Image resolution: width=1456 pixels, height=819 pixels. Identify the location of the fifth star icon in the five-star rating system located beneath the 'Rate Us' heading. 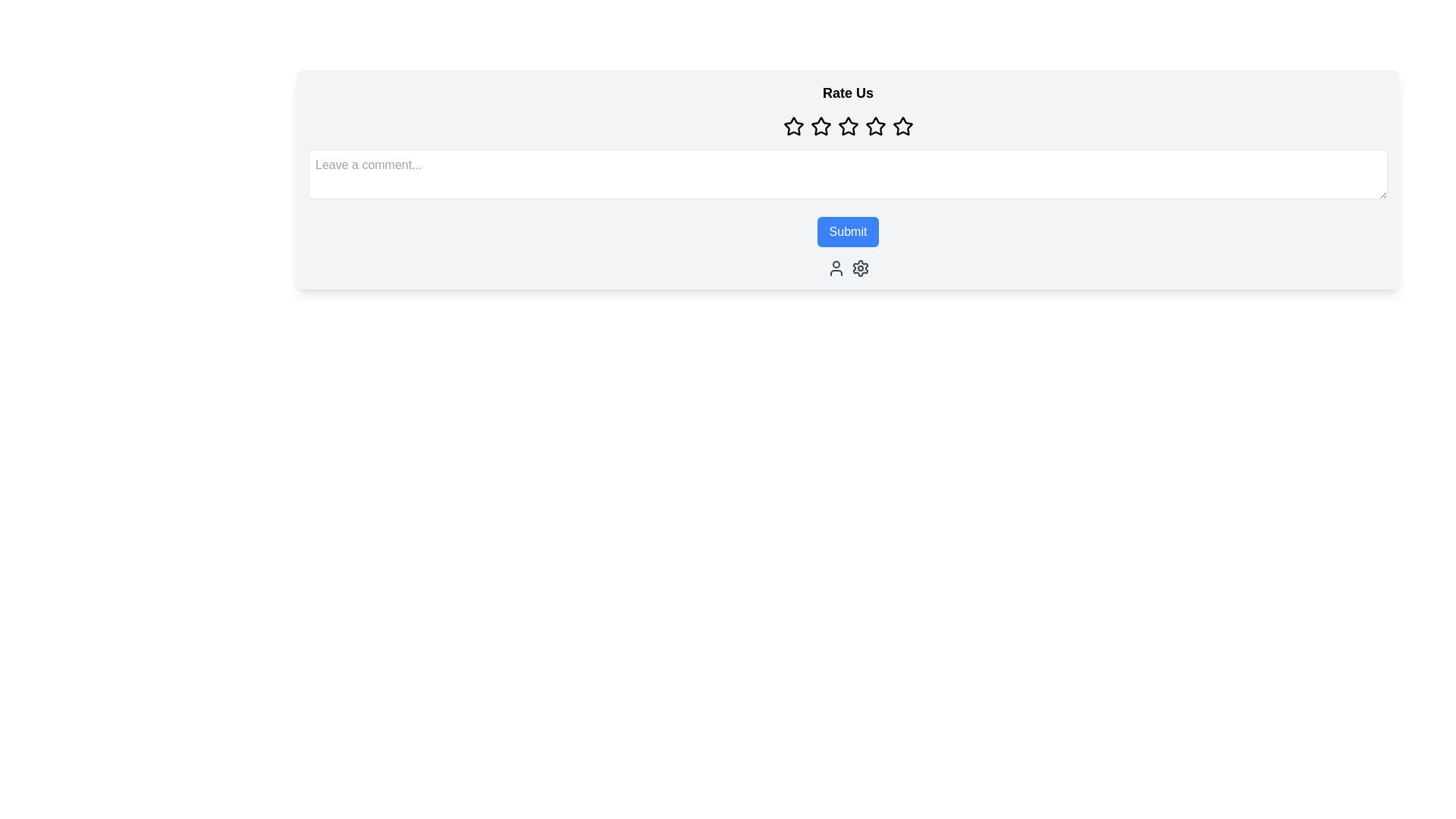
(902, 125).